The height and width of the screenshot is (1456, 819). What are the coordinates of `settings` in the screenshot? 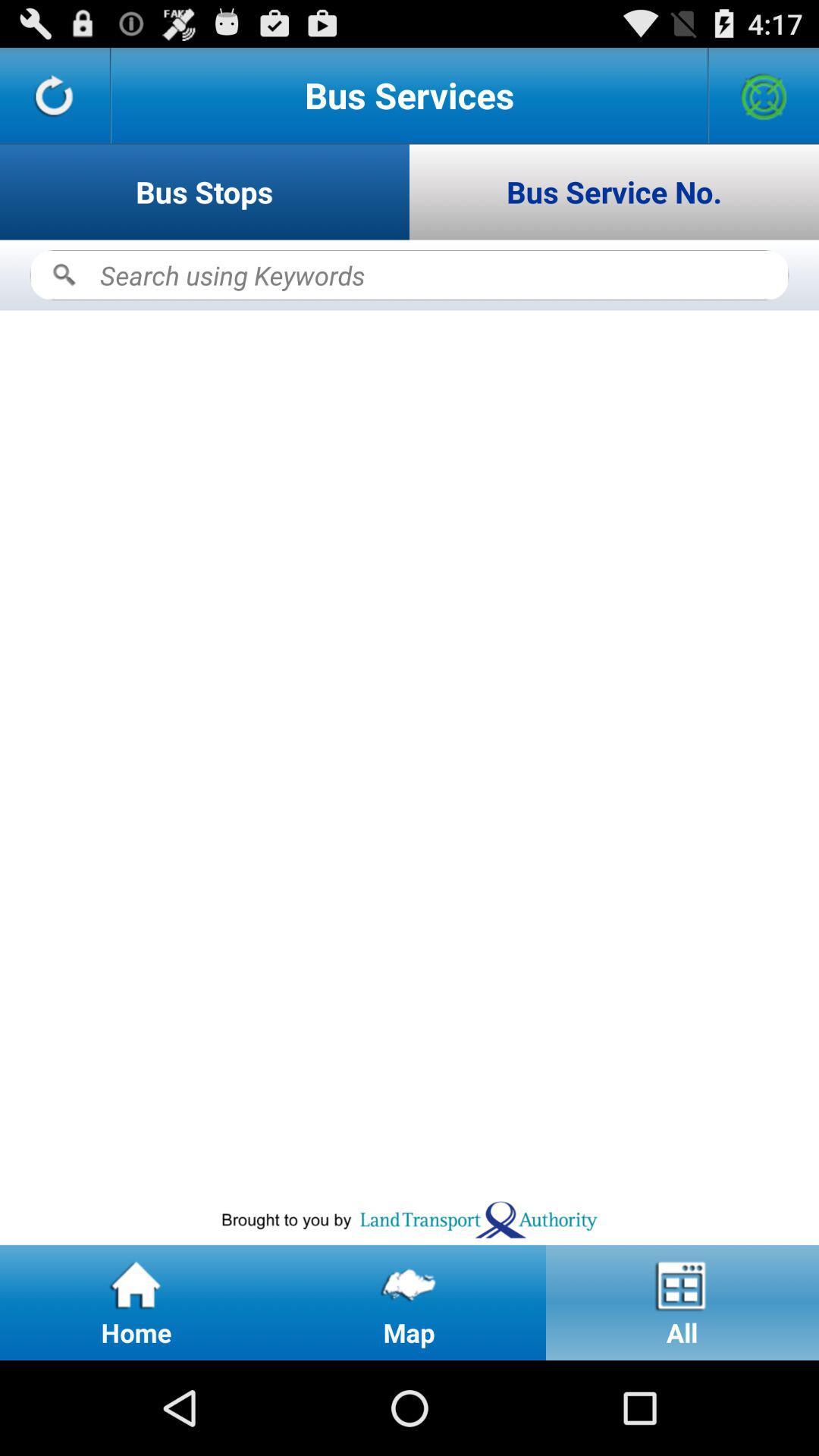 It's located at (764, 94).